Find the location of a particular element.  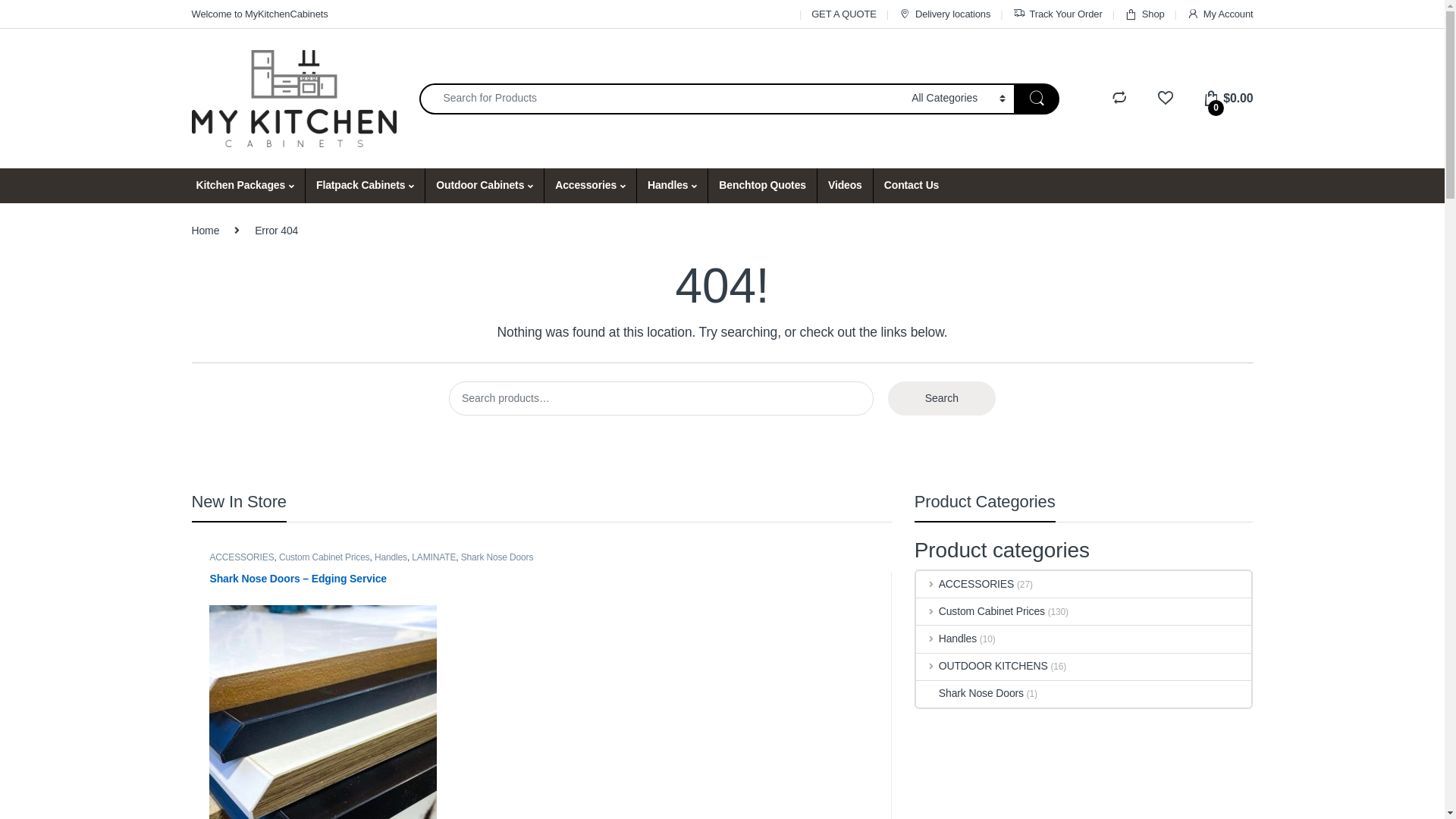

'Handles' is located at coordinates (915, 639).